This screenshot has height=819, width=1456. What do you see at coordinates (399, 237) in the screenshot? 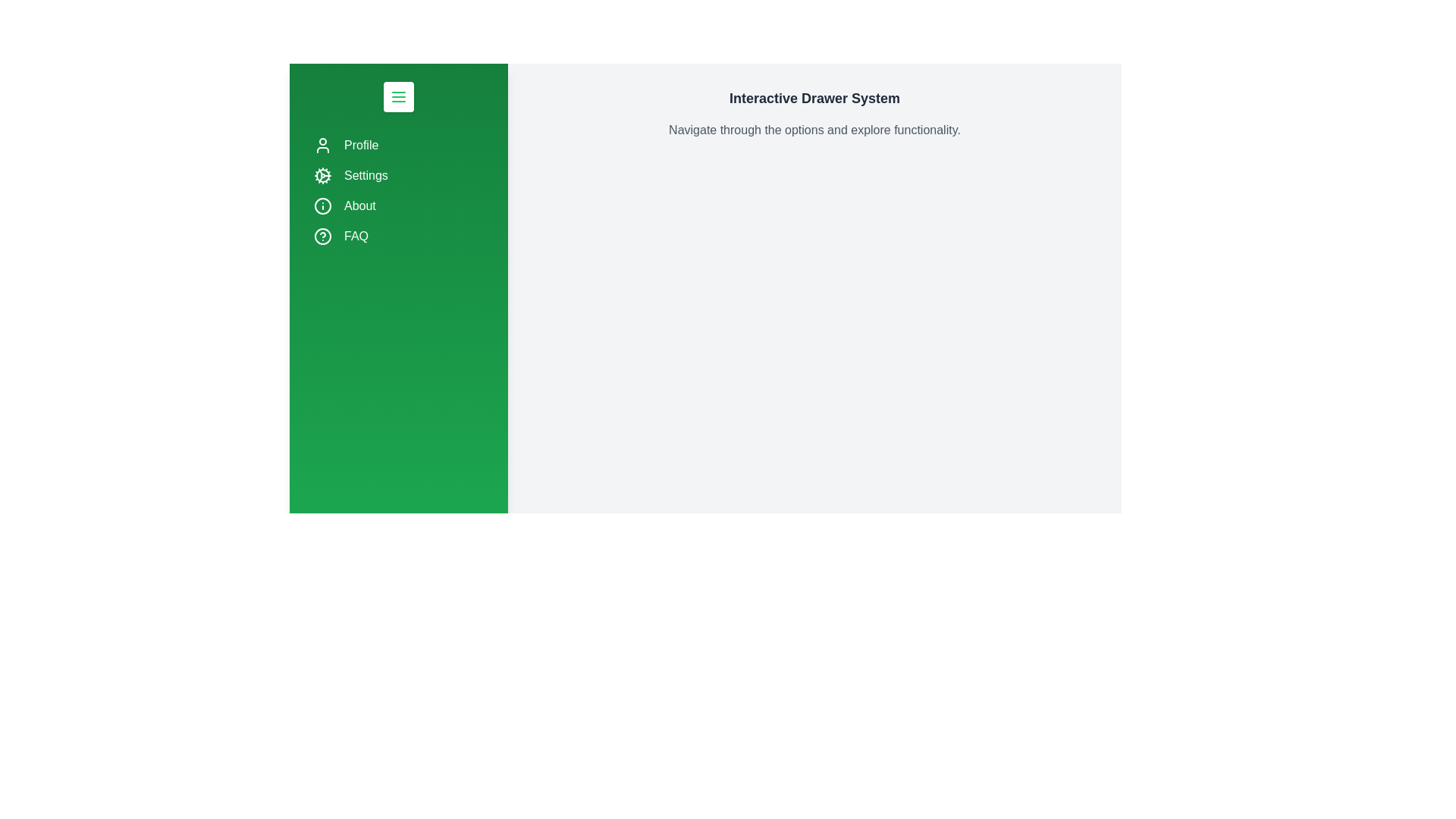
I see `the navigation item FAQ by clicking on it` at bounding box center [399, 237].